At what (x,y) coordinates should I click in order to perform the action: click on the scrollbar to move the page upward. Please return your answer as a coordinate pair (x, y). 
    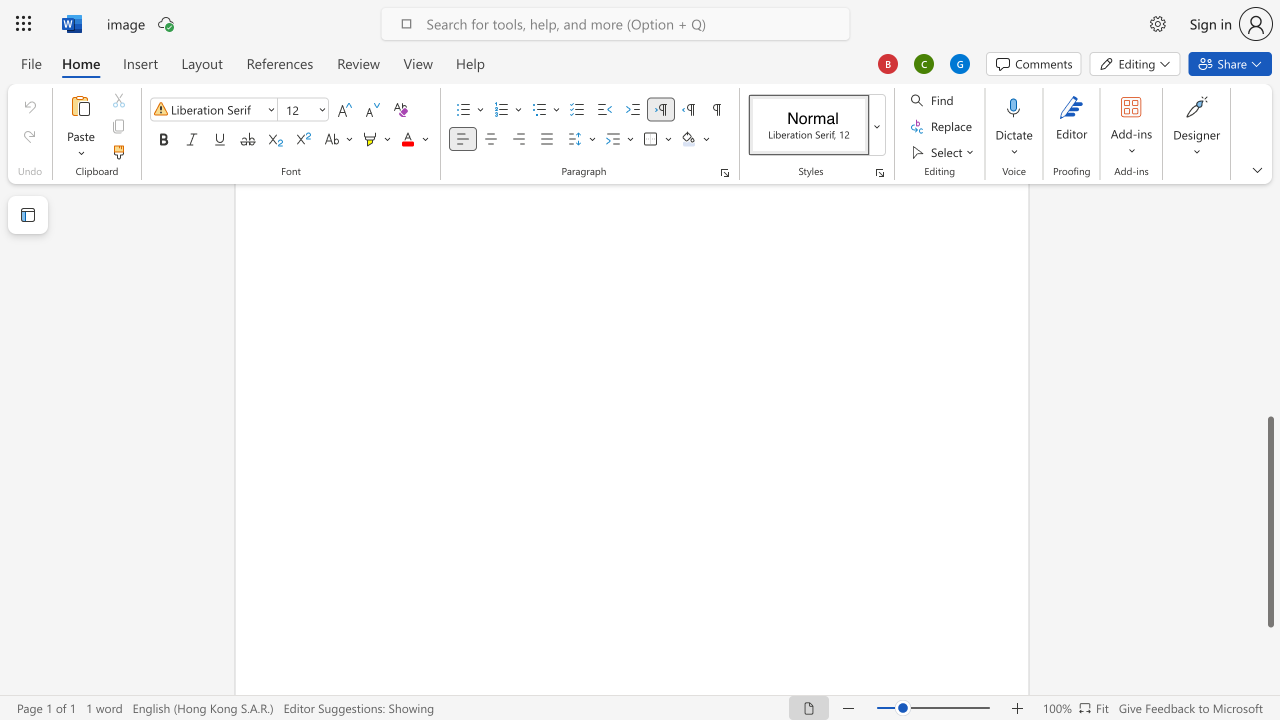
    Looking at the image, I should click on (1269, 370).